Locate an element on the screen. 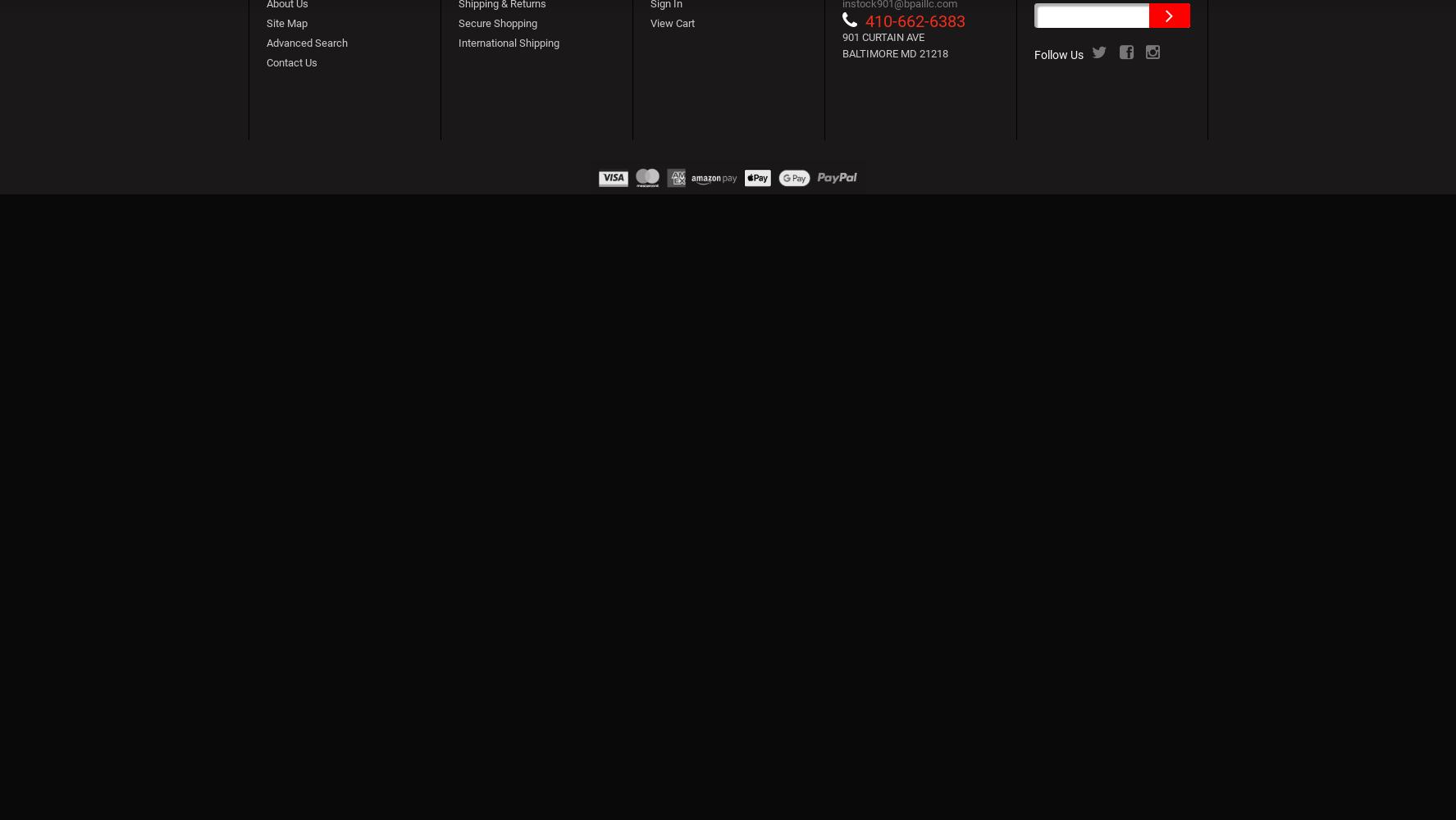  'Advanced Search' is located at coordinates (305, 43).